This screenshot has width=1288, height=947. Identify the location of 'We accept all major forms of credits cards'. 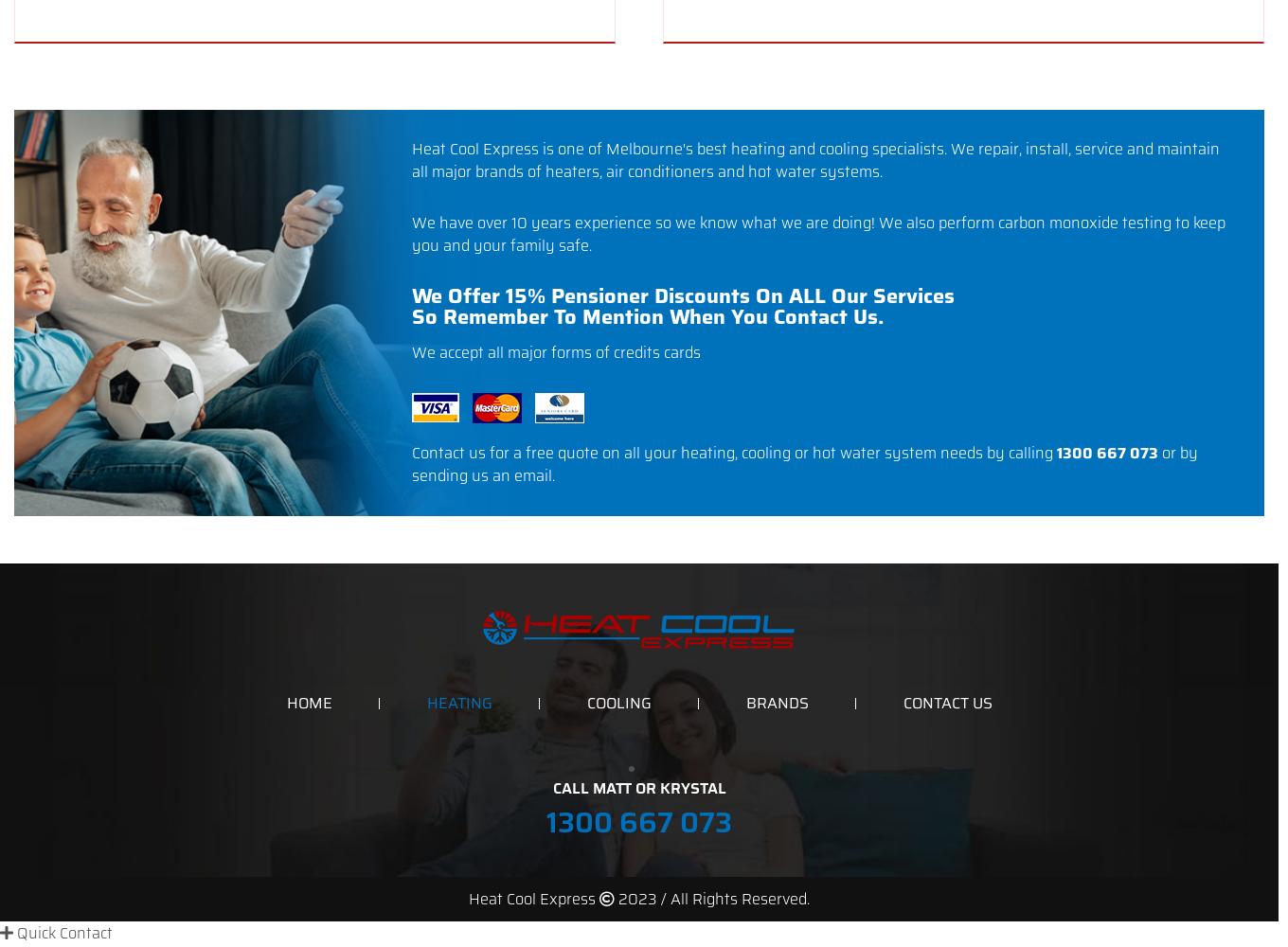
(411, 351).